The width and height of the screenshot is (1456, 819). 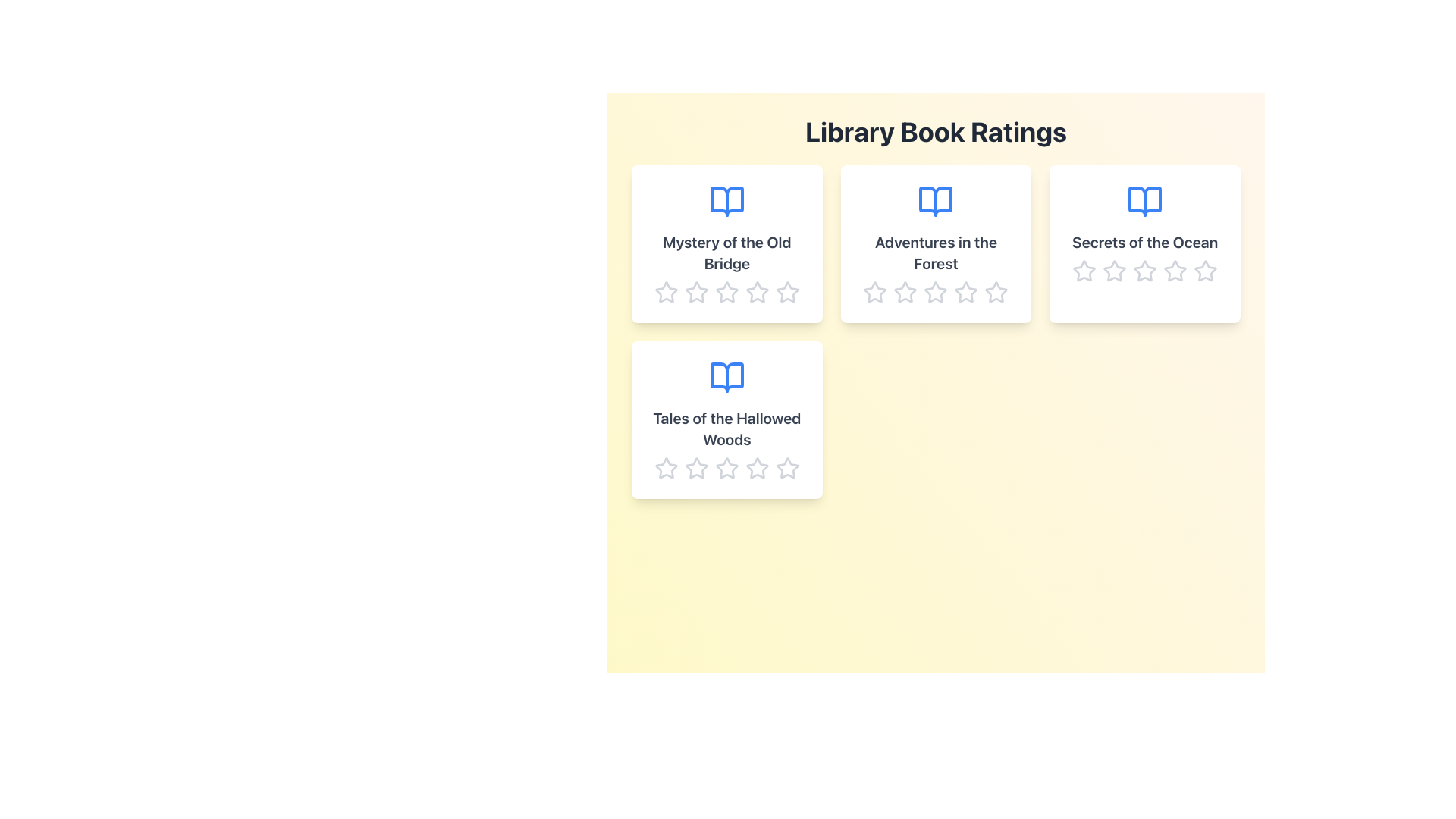 I want to click on the fifth star icon in the rating section under the book titled 'Tales of the Hallowed Woods', so click(x=787, y=467).